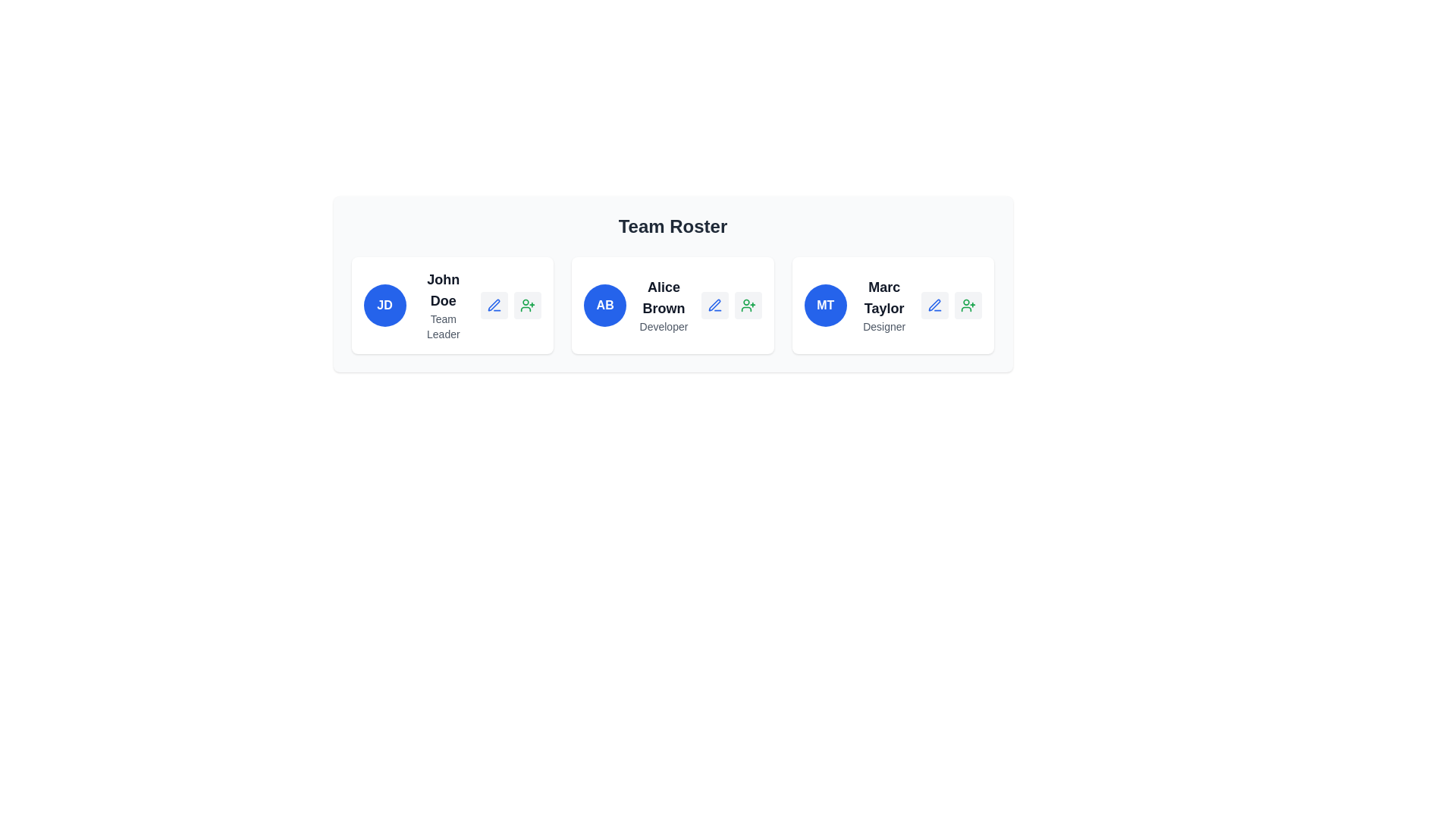 Image resolution: width=1456 pixels, height=819 pixels. Describe the element at coordinates (714, 305) in the screenshot. I see `the SVG Icon for editing associated with team member 'Alice Brown', located on the second card in a horizontal list, near the bottom-right corner` at that location.